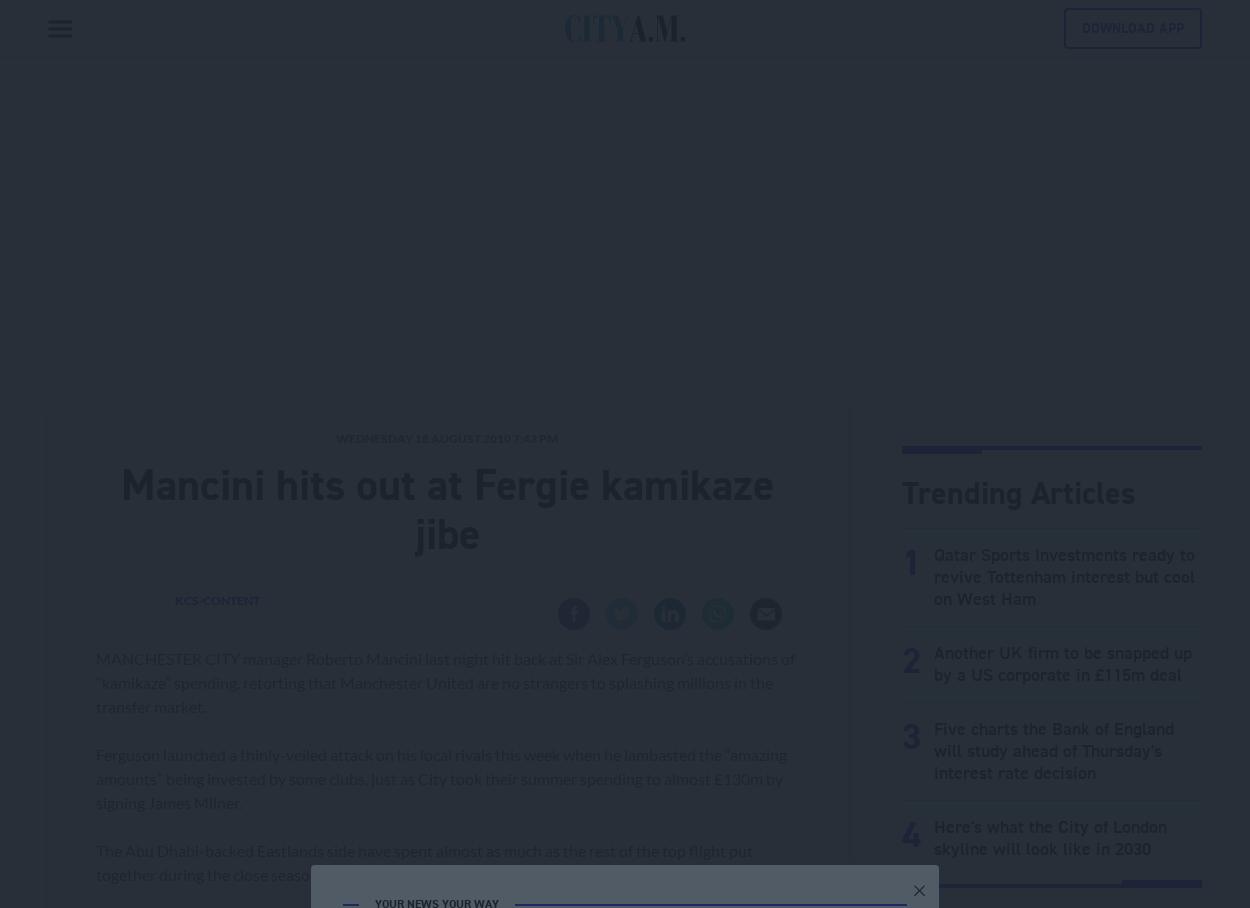 This screenshot has height=908, width=1250. Describe the element at coordinates (445, 509) in the screenshot. I see `'Mancini hits out at Fergie kamikaze jibe'` at that location.